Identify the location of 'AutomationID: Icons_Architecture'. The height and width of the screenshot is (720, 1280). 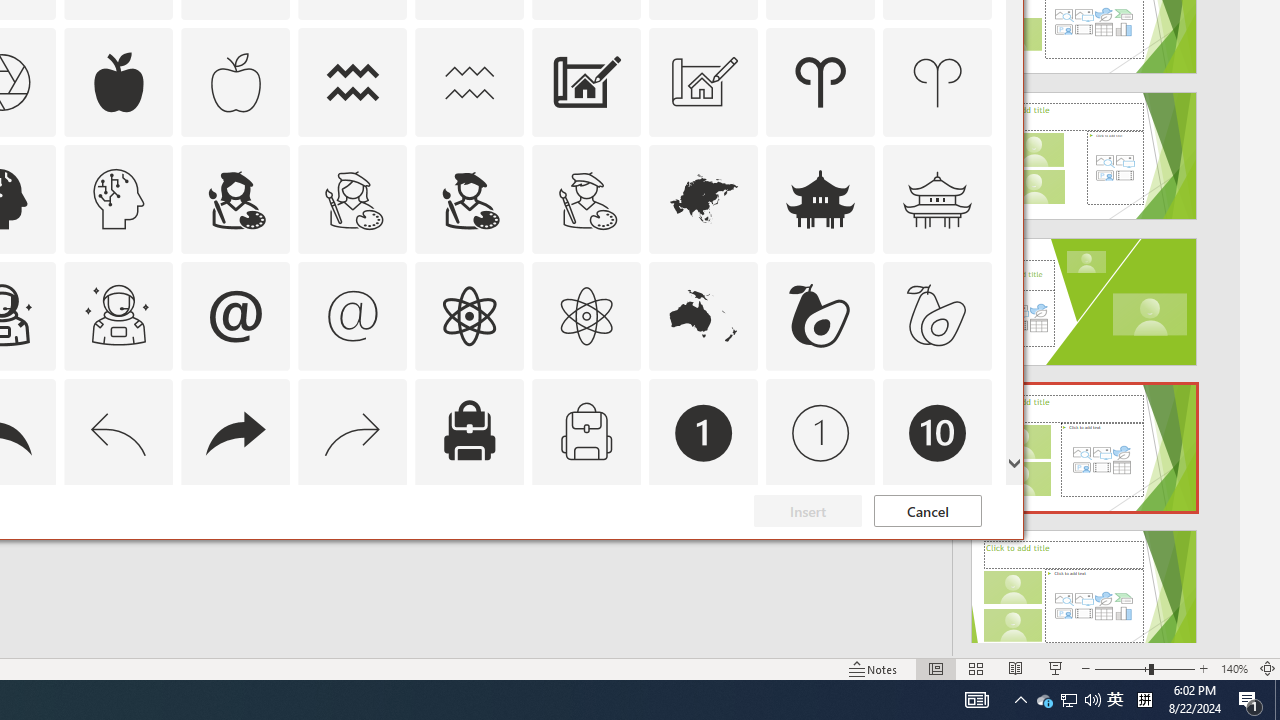
(585, 81).